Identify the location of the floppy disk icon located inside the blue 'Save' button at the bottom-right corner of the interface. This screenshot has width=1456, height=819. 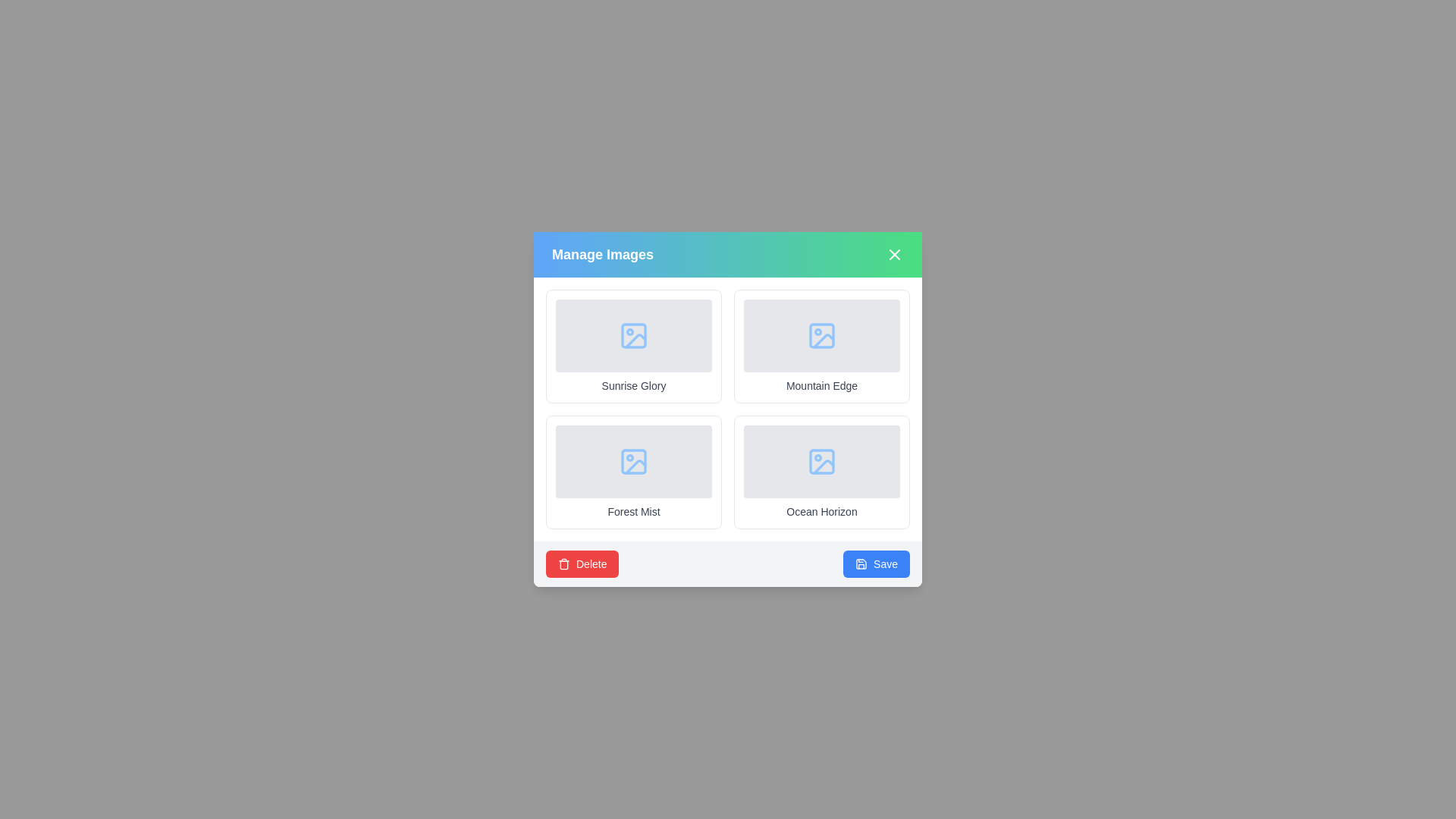
(861, 564).